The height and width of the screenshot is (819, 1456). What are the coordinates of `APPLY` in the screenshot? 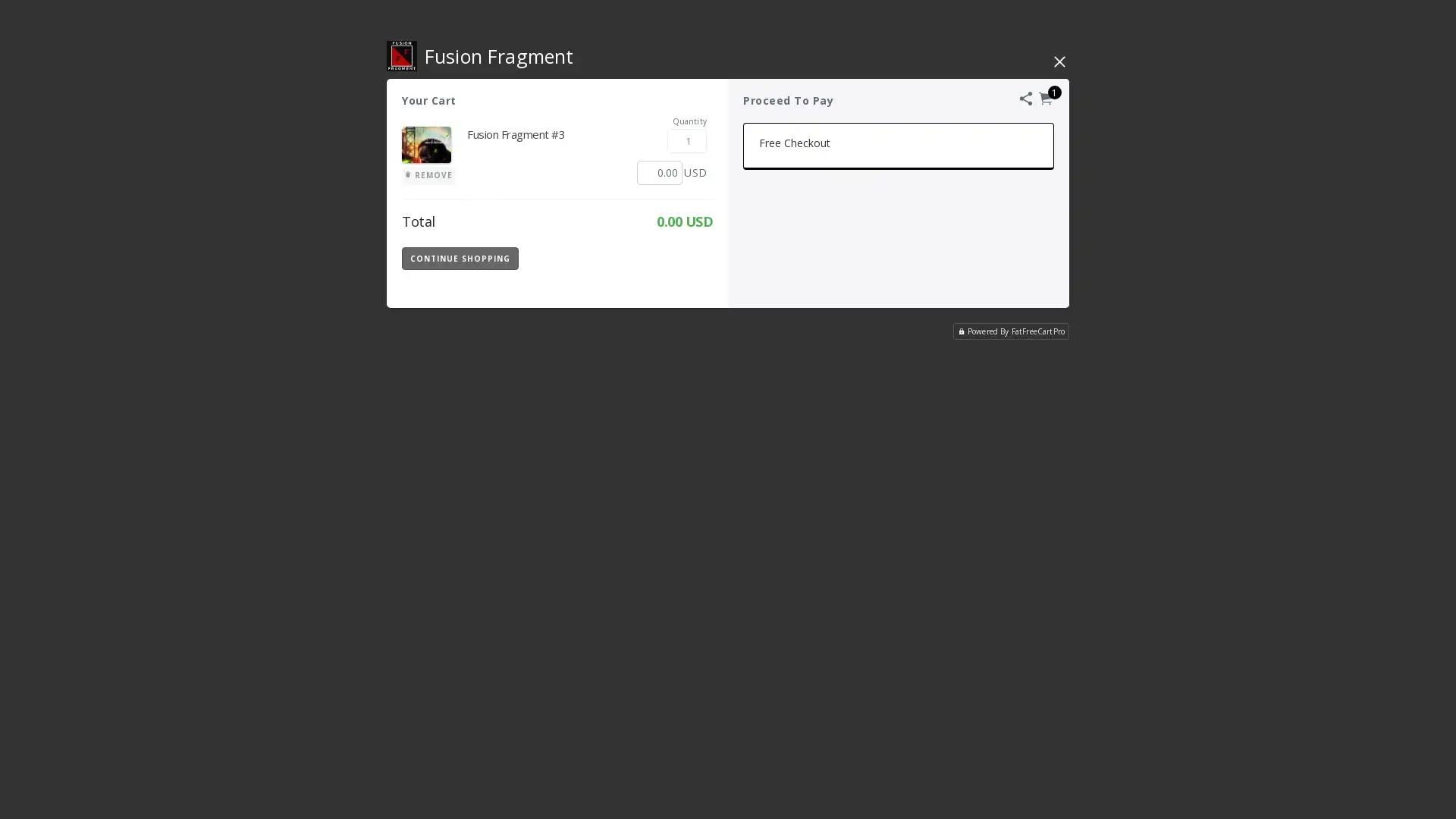 It's located at (673, 256).